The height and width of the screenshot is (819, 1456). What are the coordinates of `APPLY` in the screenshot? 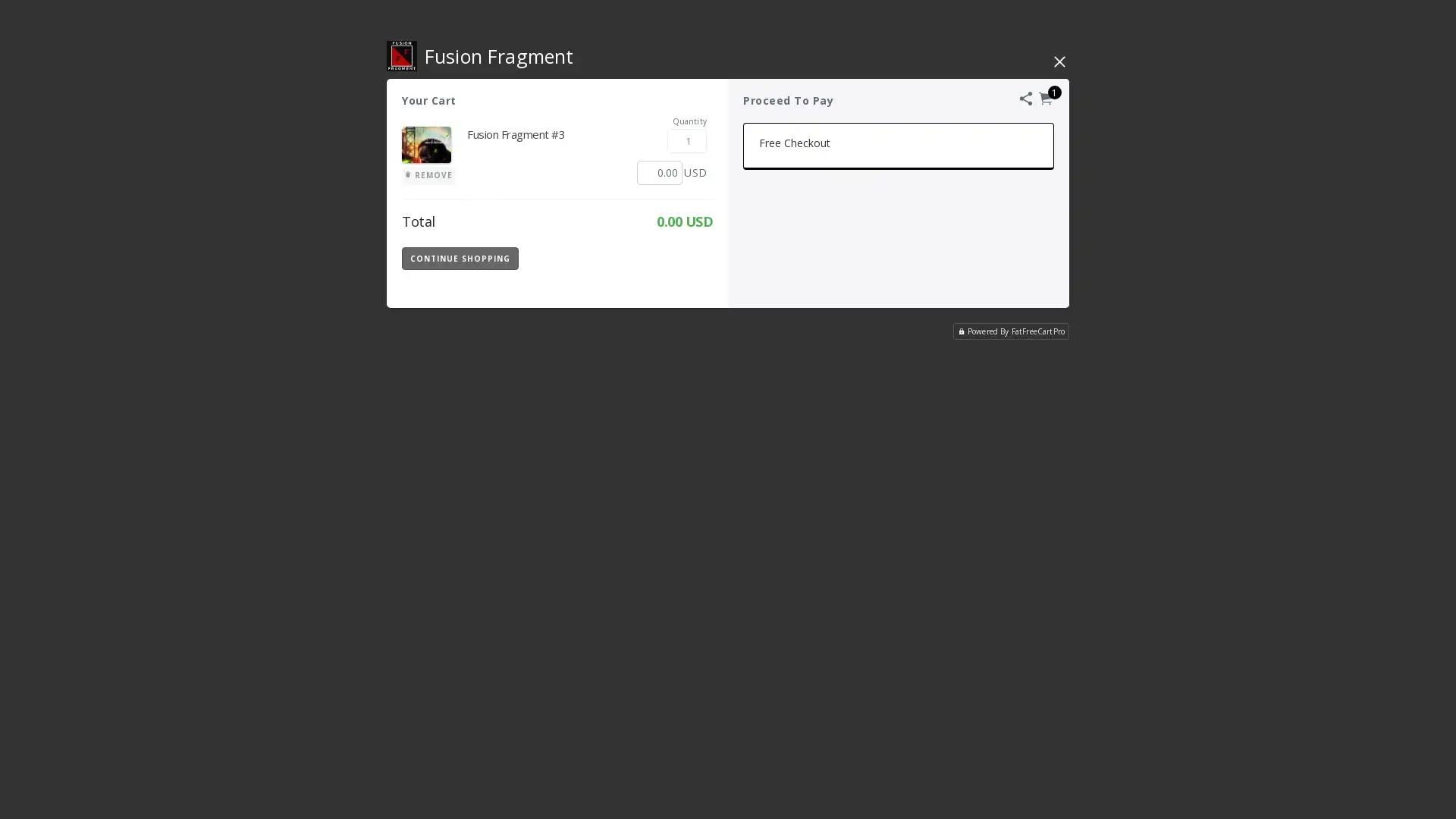 It's located at (673, 256).